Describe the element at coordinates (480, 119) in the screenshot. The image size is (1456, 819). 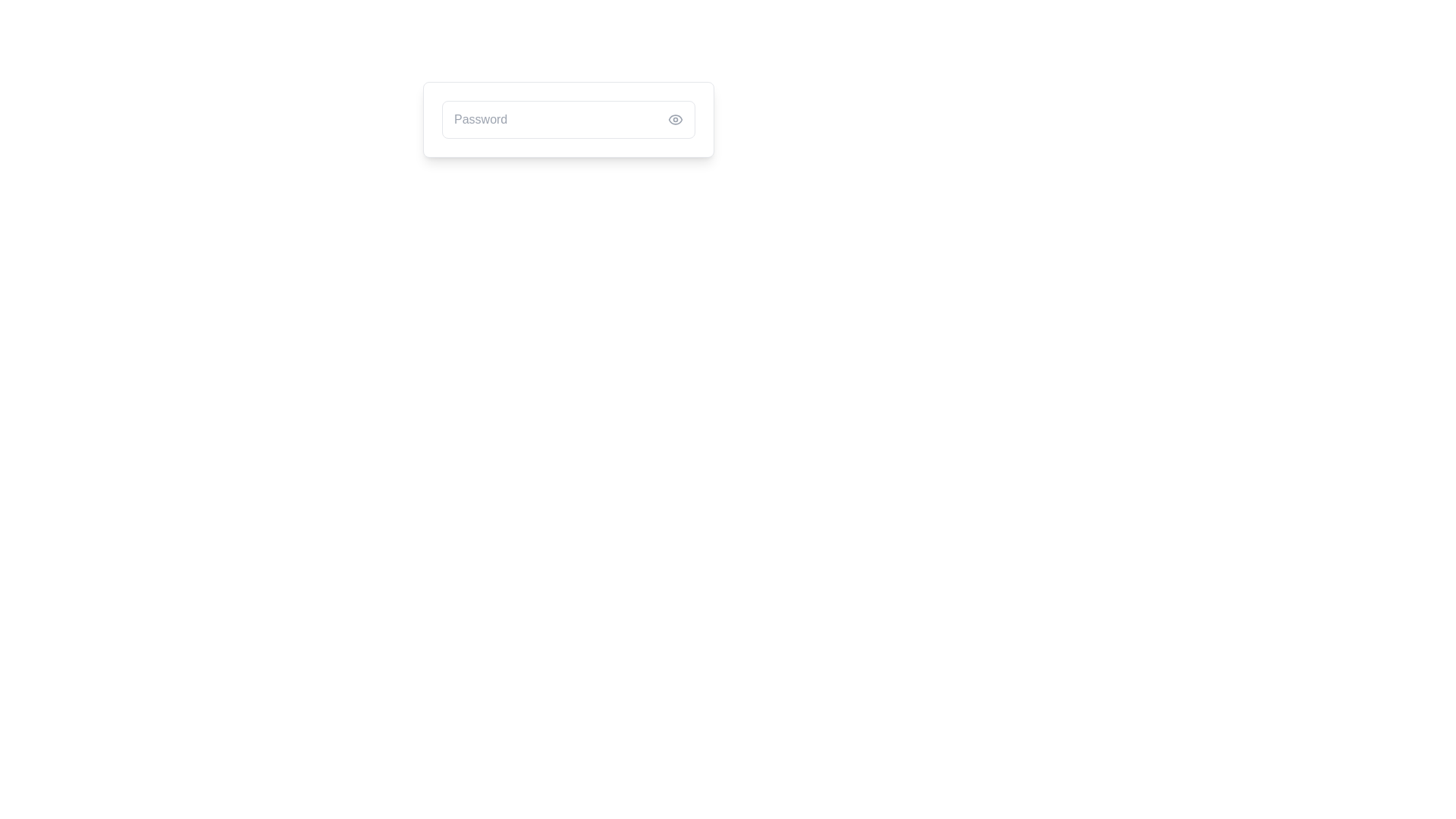
I see `the input field adjacent to the 'Password' text label` at that location.